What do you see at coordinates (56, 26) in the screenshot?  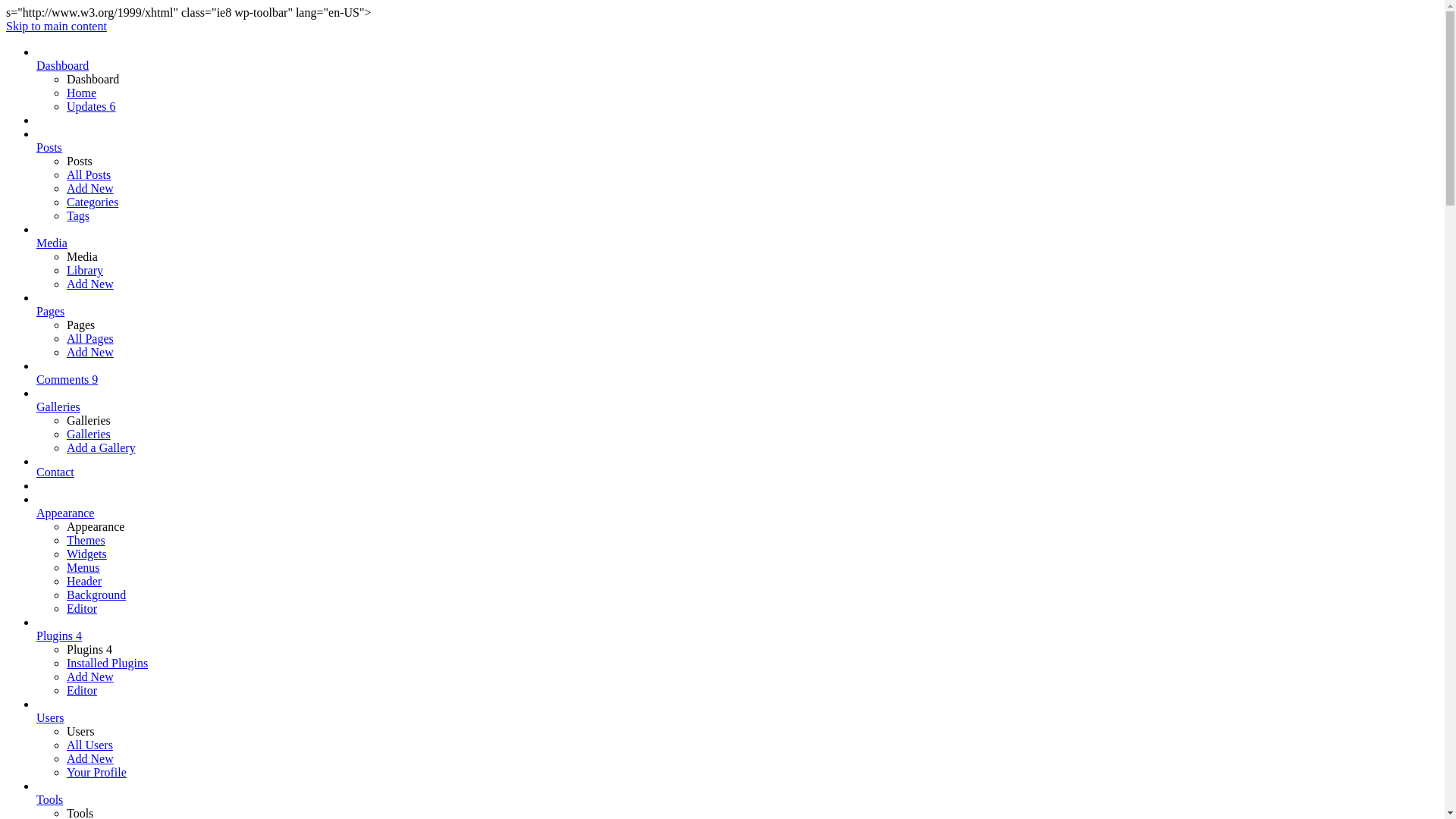 I see `'Skip to main content'` at bounding box center [56, 26].